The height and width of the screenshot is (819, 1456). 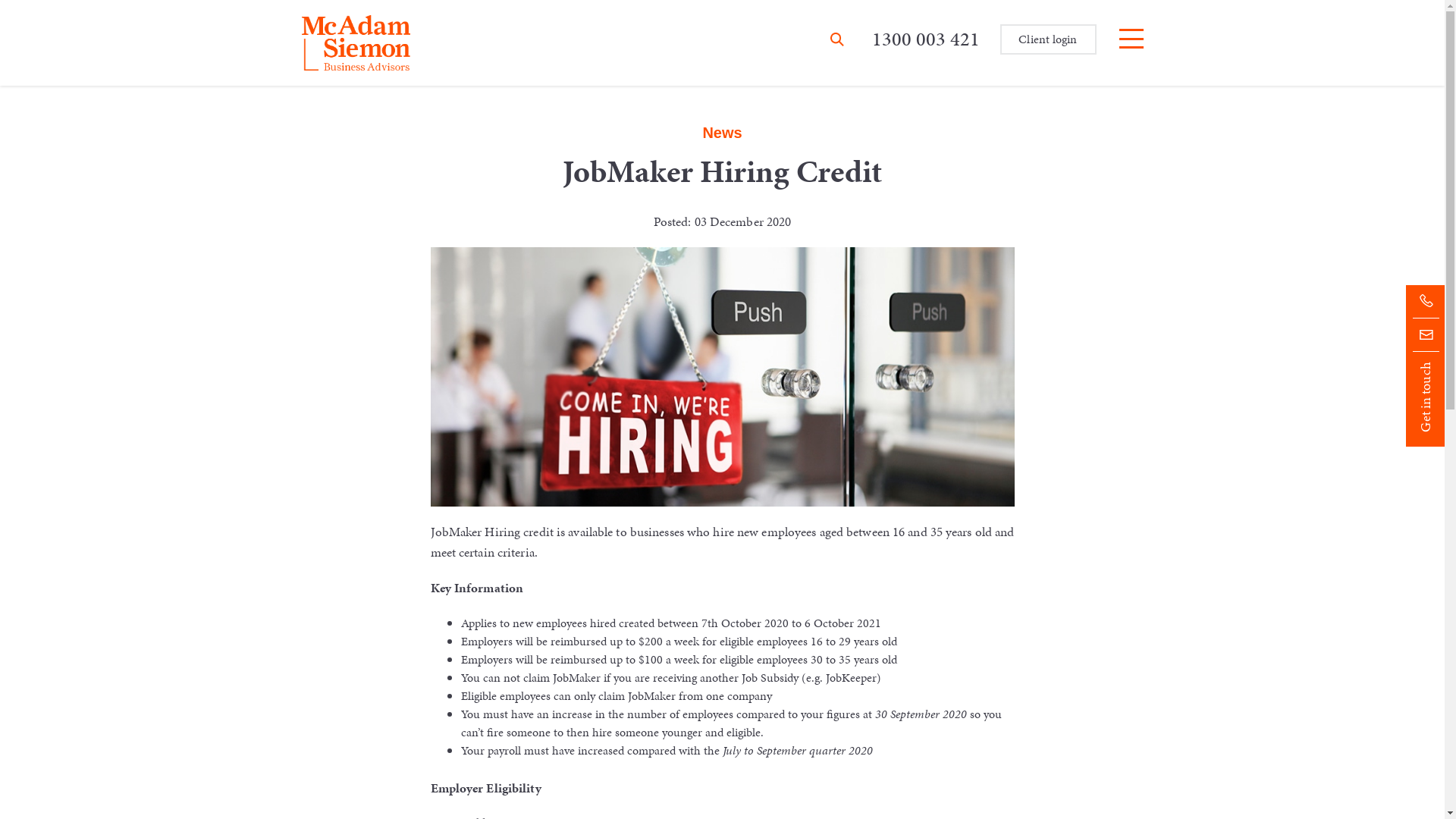 What do you see at coordinates (1046, 38) in the screenshot?
I see `'Client login'` at bounding box center [1046, 38].